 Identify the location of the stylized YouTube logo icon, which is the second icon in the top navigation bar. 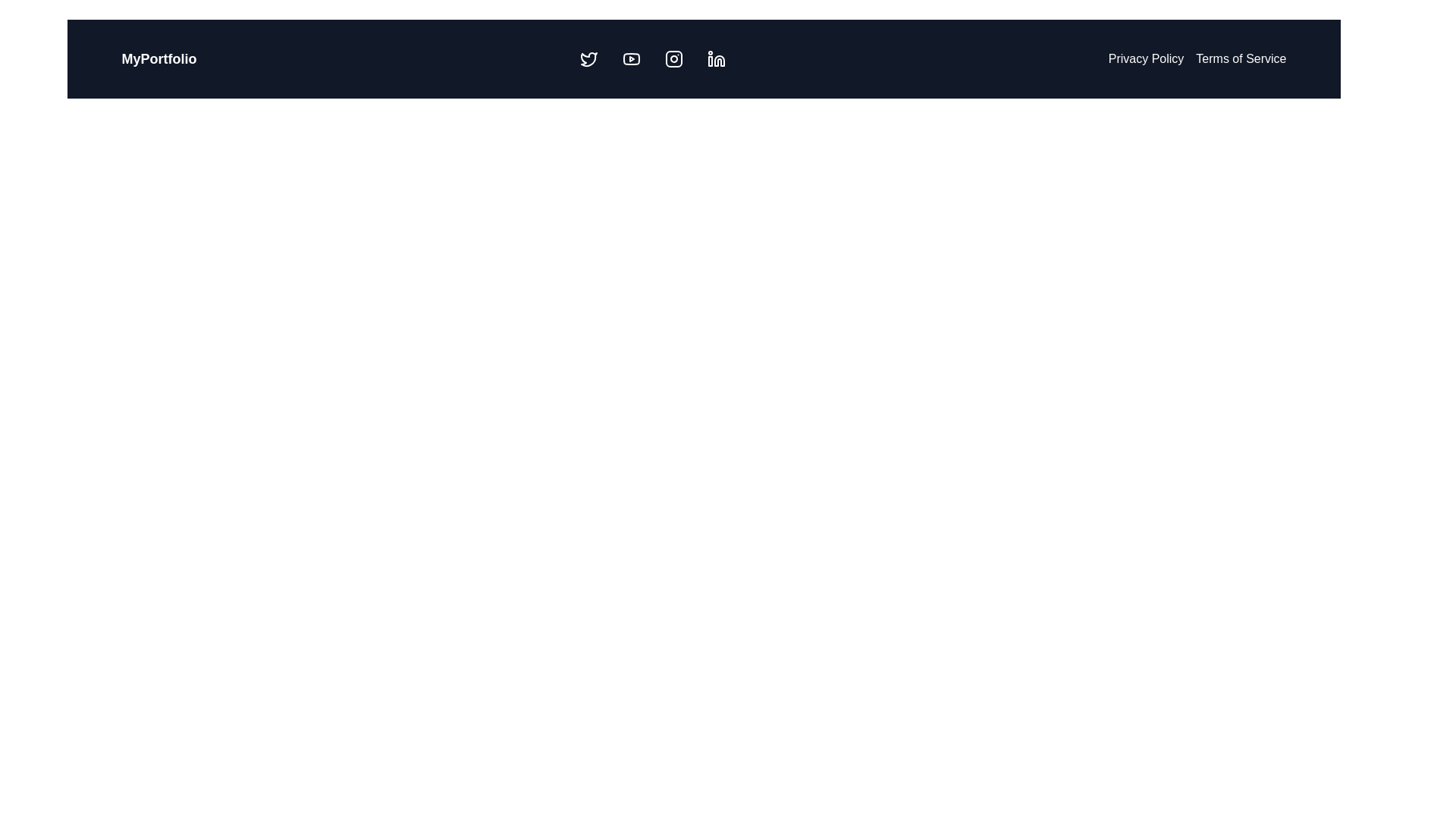
(631, 58).